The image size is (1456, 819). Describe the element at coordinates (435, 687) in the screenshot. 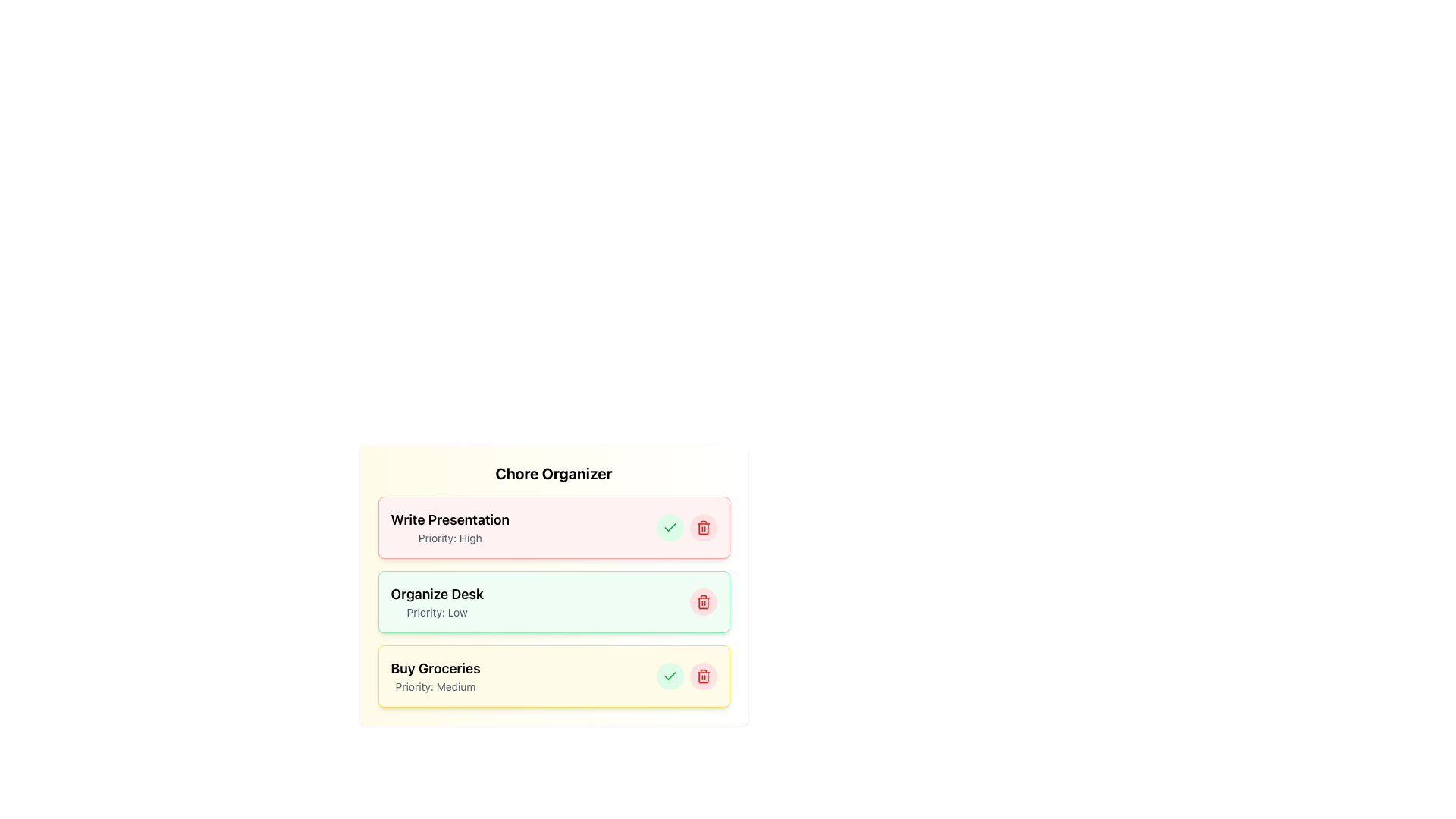

I see `the 'Priority: Medium' text label element located under the 'Buy Groceries' label in the 'Chore Organizer' interface` at that location.